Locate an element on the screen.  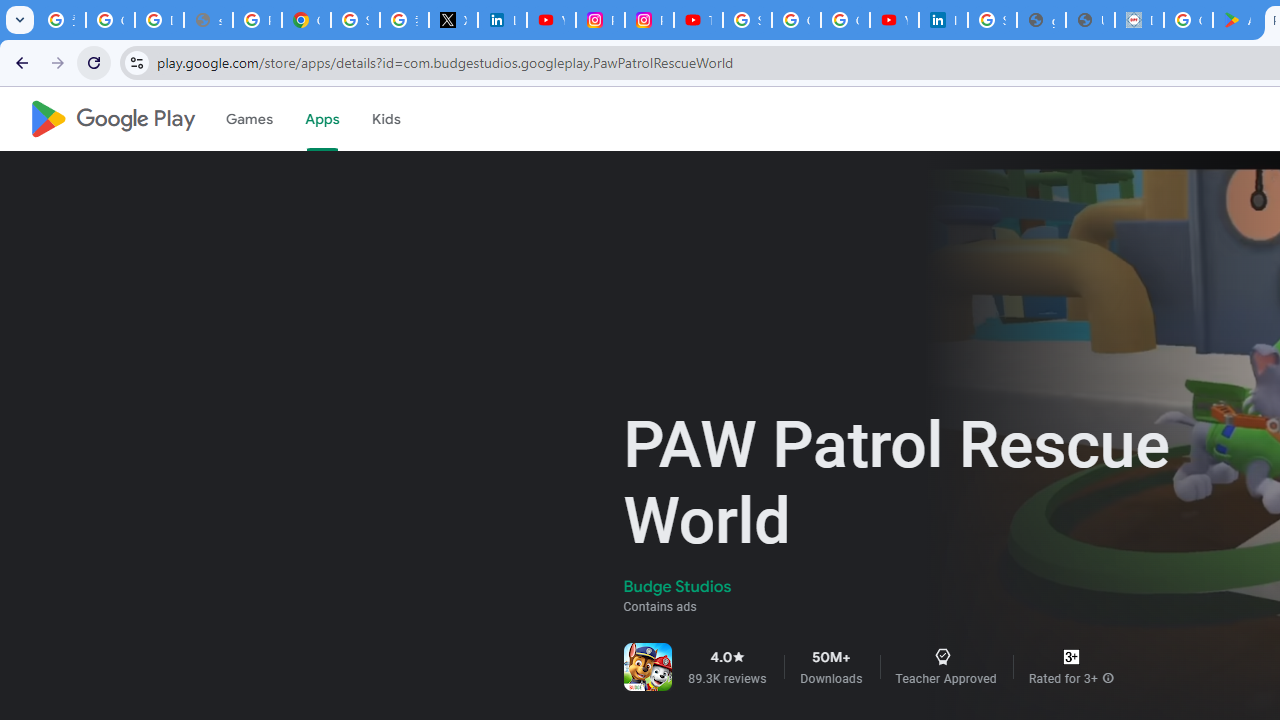
'Kids' is located at coordinates (385, 119).